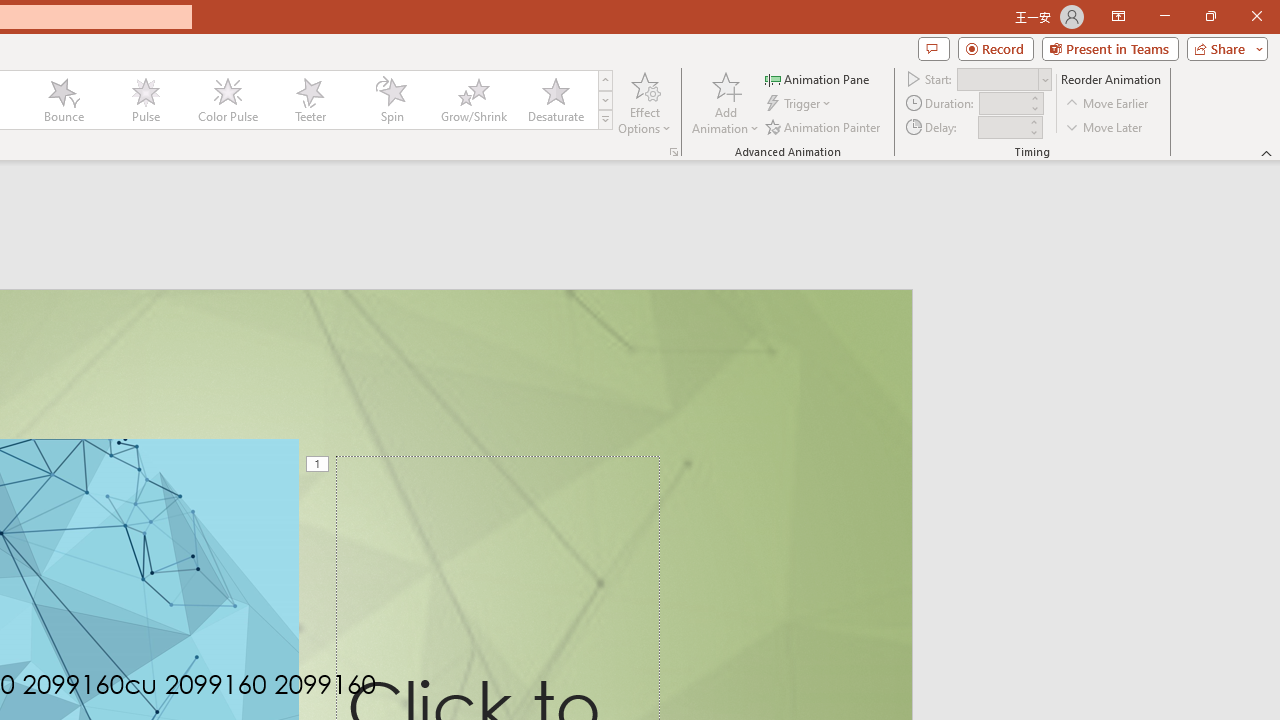 The image size is (1280, 720). Describe the element at coordinates (64, 100) in the screenshot. I see `'Bounce'` at that location.